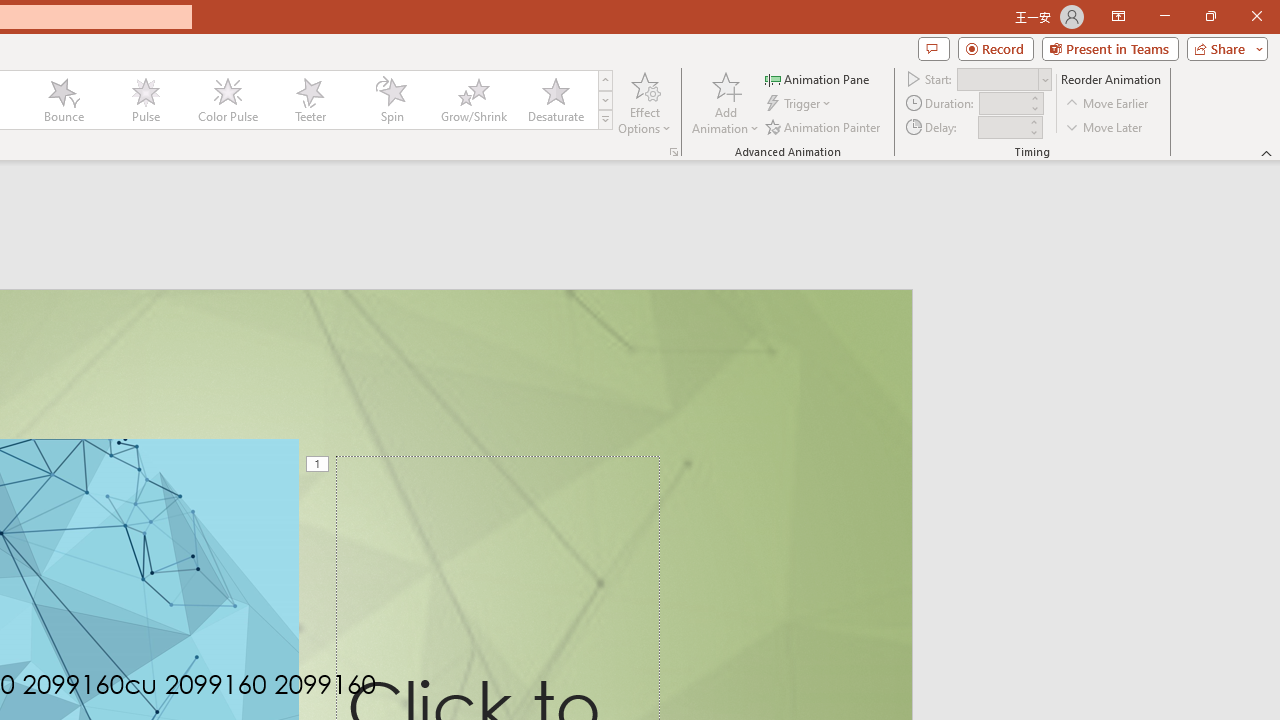 The image size is (1280, 720). Describe the element at coordinates (64, 100) in the screenshot. I see `'Bounce'` at that location.